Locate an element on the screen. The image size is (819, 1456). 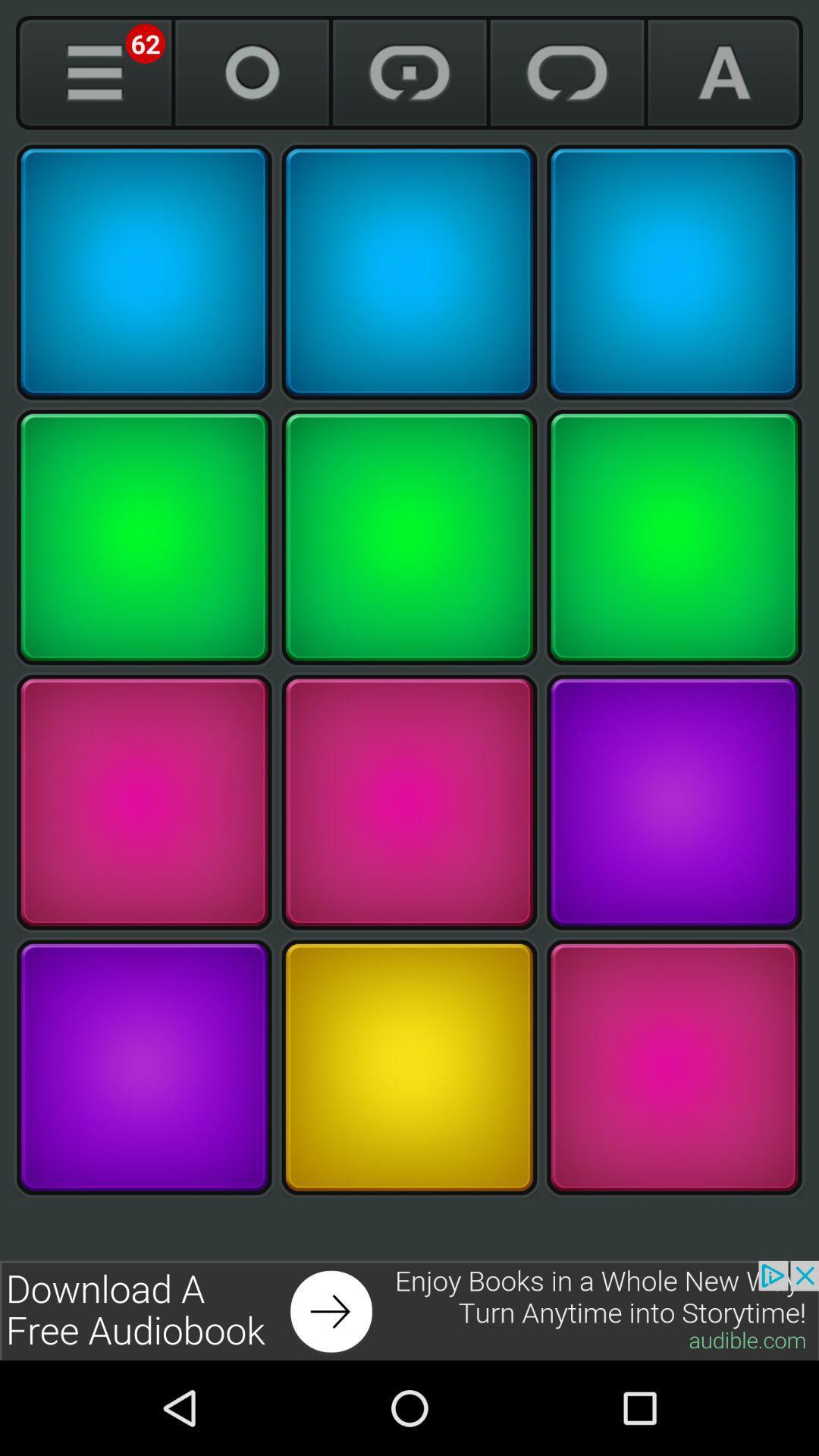
click the grid is located at coordinates (409, 1066).